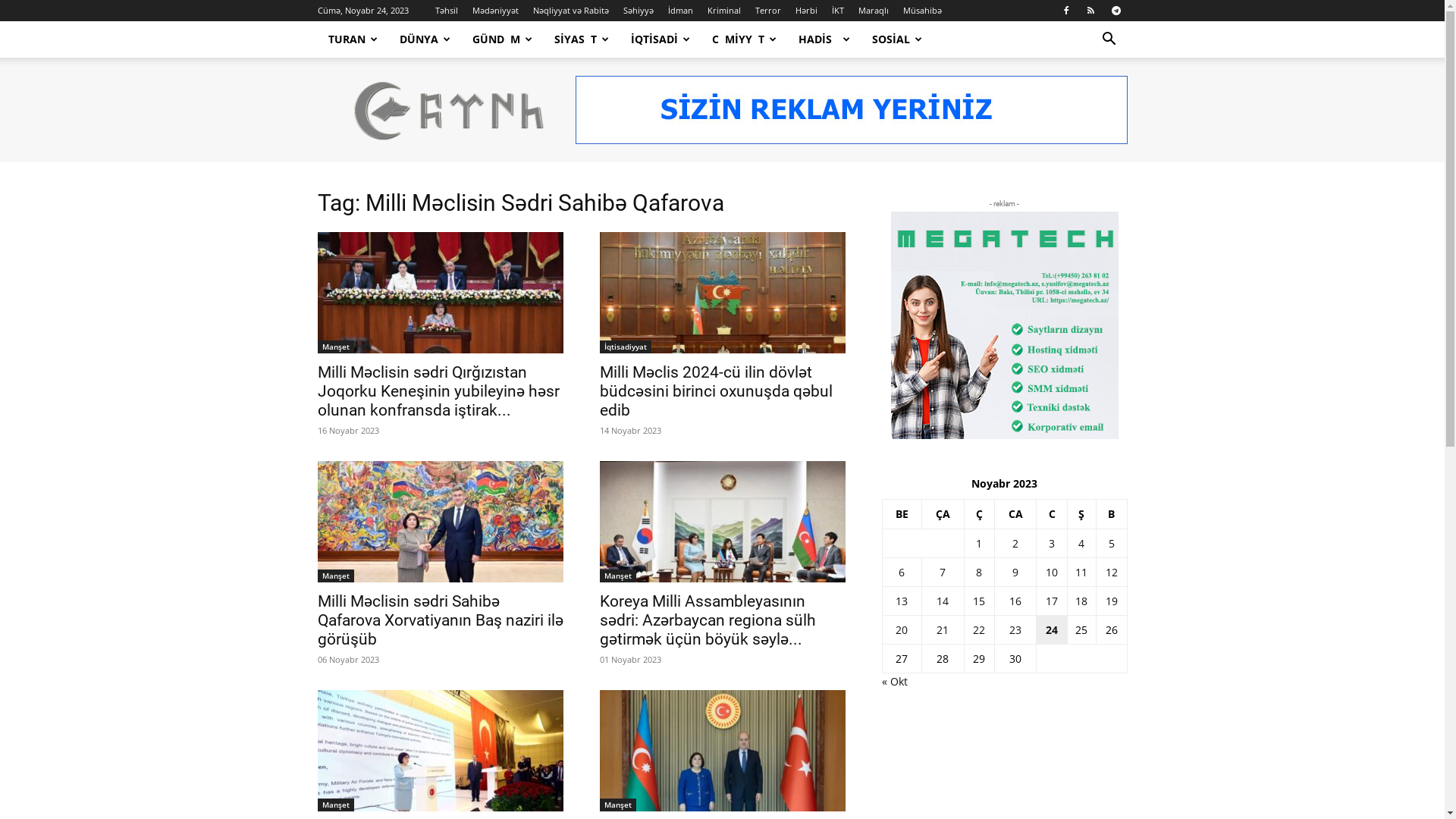 The width and height of the screenshot is (1456, 819). I want to click on 'Kriminal', so click(723, 10).